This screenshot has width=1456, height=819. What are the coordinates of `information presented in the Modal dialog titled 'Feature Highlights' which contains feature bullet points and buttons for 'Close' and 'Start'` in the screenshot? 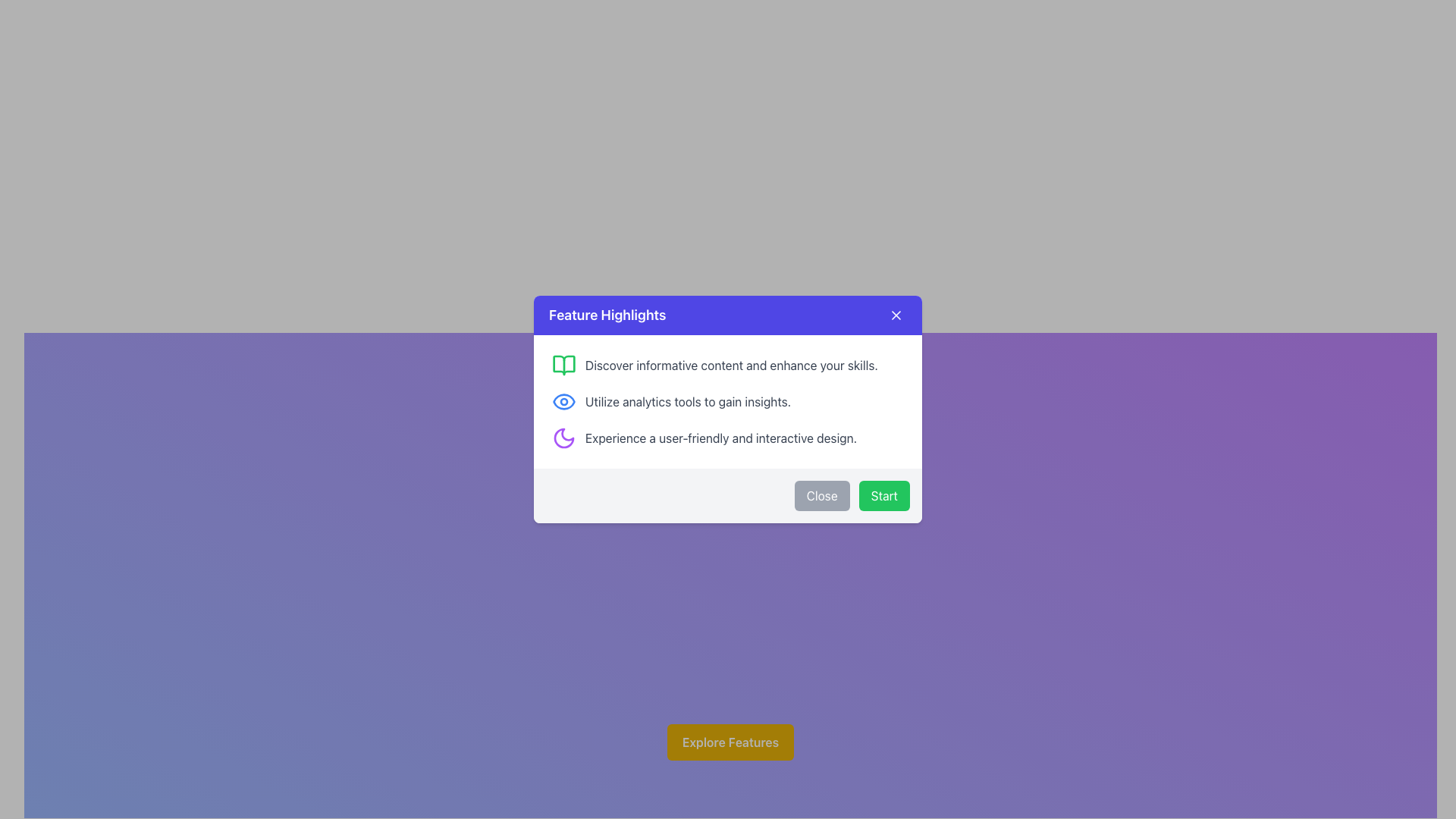 It's located at (728, 409).